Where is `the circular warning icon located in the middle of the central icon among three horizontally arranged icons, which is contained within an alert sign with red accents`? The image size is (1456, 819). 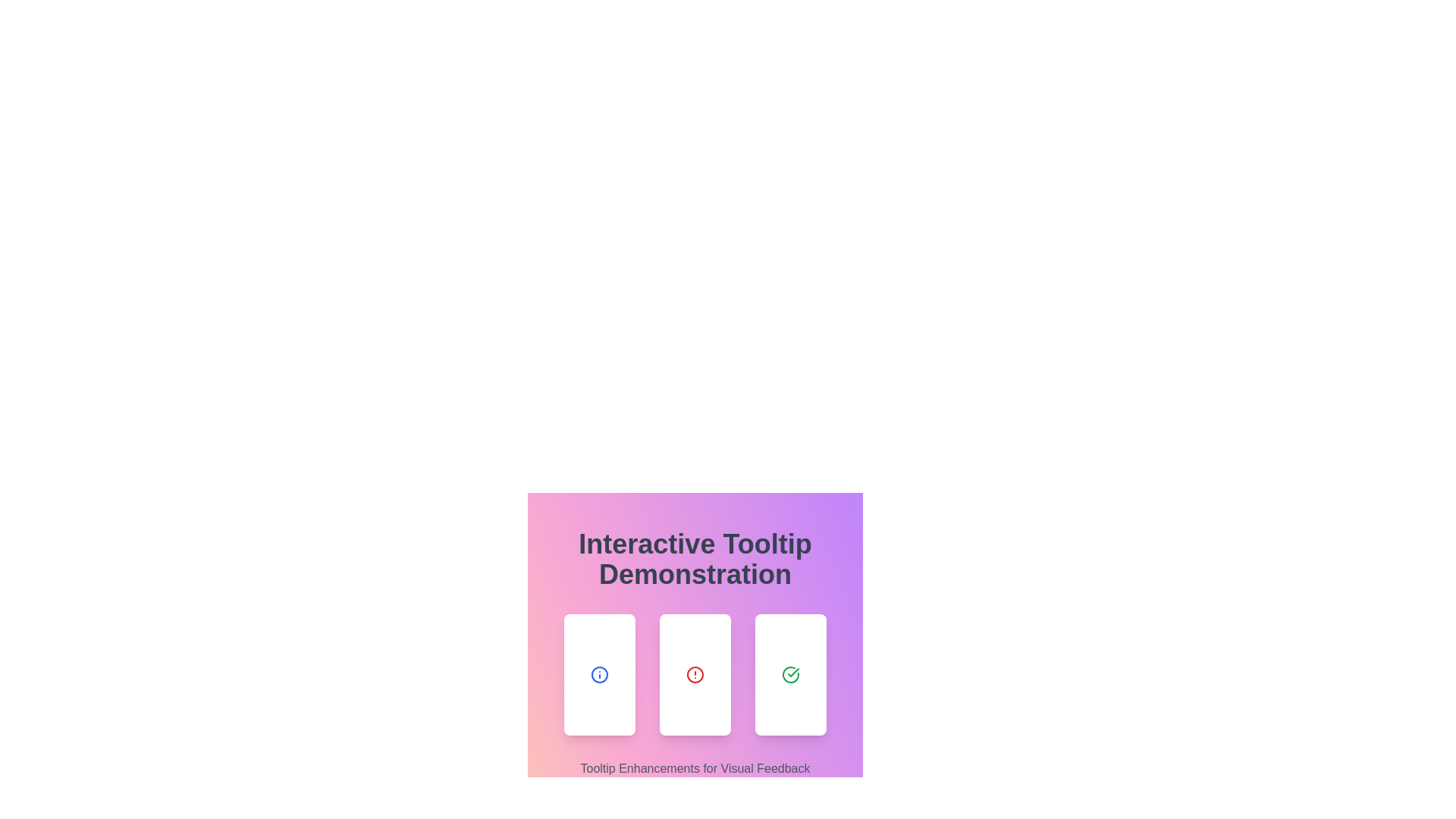
the circular warning icon located in the middle of the central icon among three horizontally arranged icons, which is contained within an alert sign with red accents is located at coordinates (694, 674).